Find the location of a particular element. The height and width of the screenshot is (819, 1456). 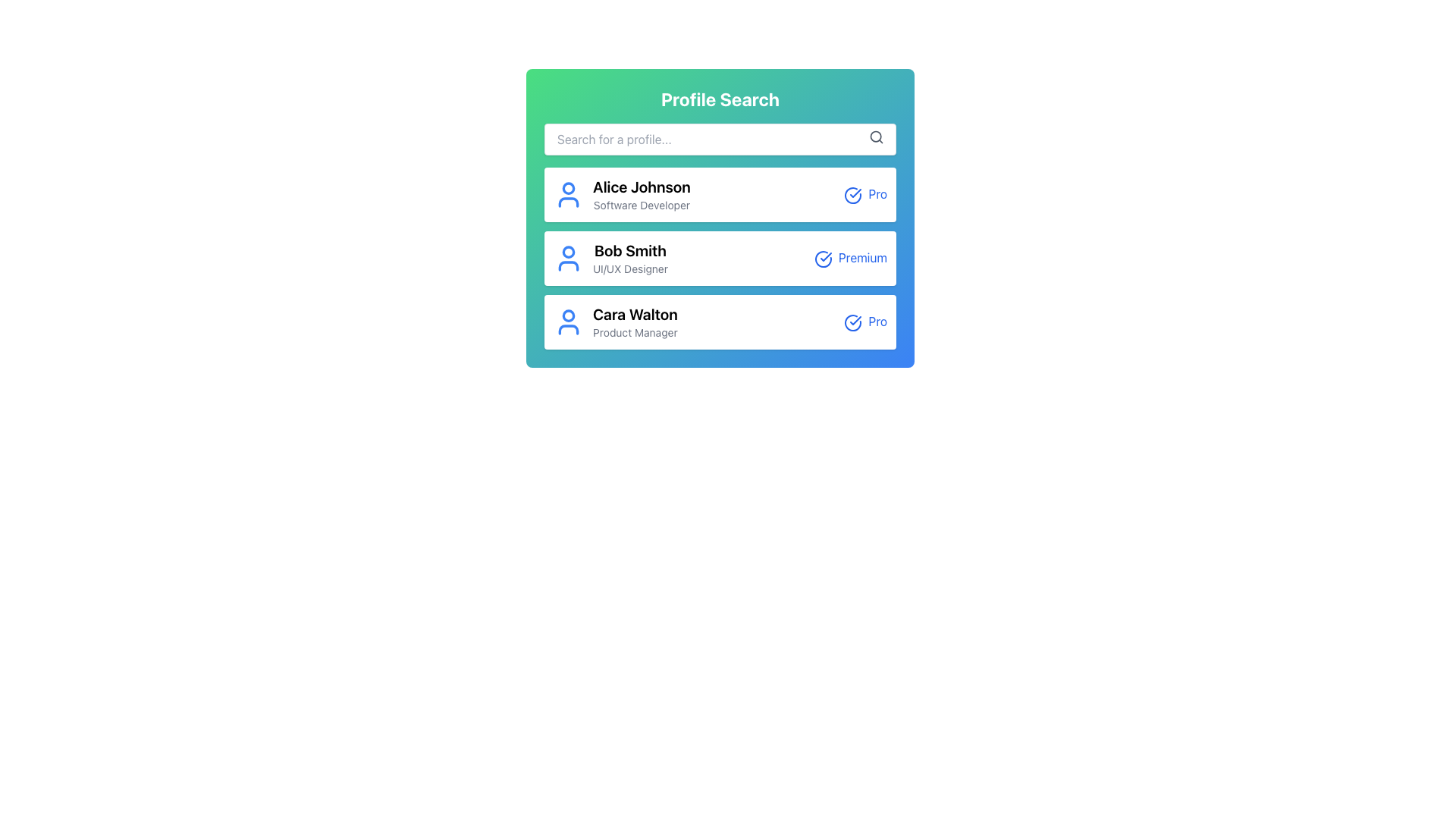

the Text Label that describes the job title 'Product Manager' for the individual 'Cara Walton', located in the third profile card is located at coordinates (635, 332).